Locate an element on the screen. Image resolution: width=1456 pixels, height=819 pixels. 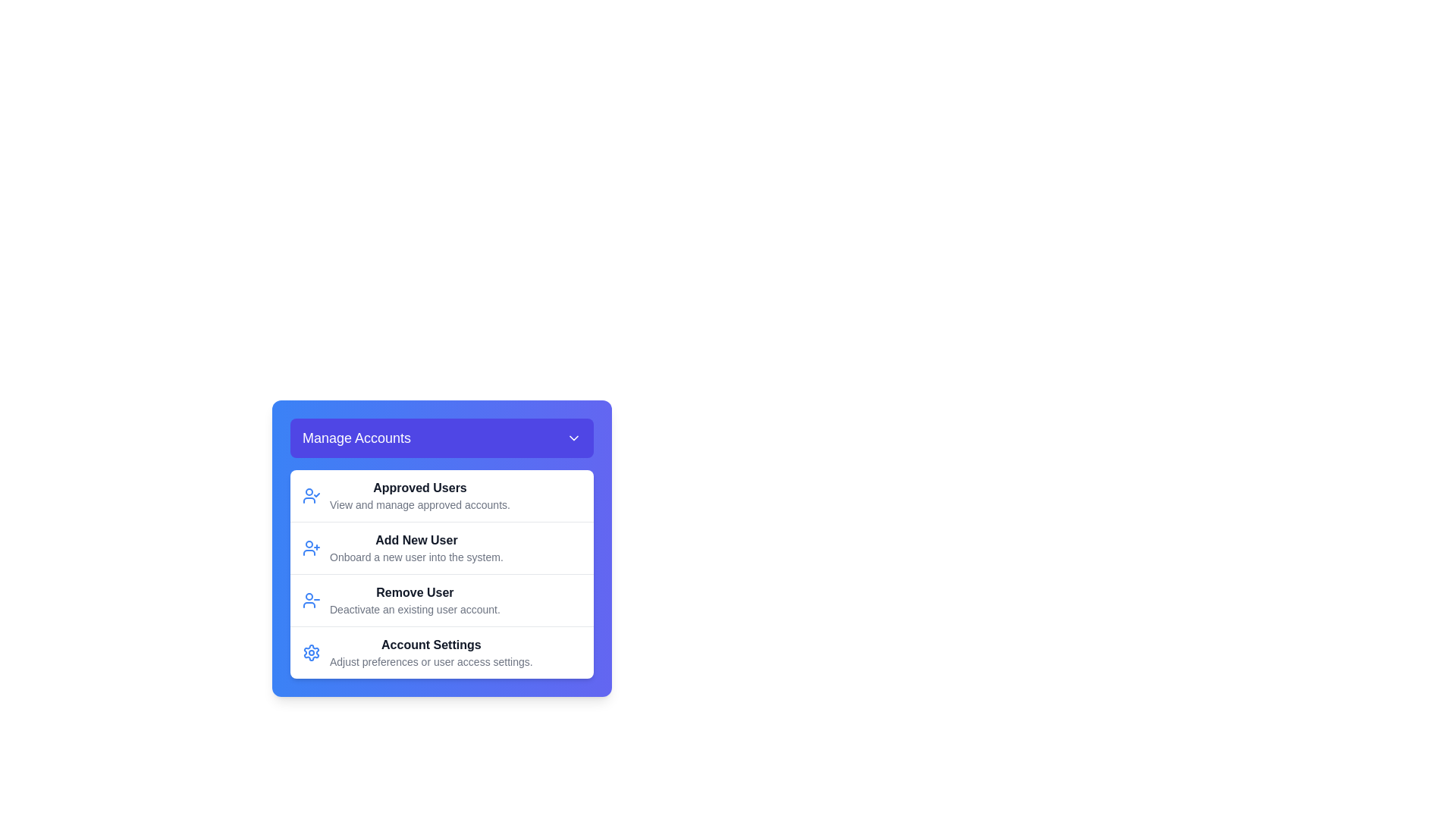
the third list item for deactivating an existing user account, which is positioned between 'Add New User' and 'Account Settings' is located at coordinates (441, 599).